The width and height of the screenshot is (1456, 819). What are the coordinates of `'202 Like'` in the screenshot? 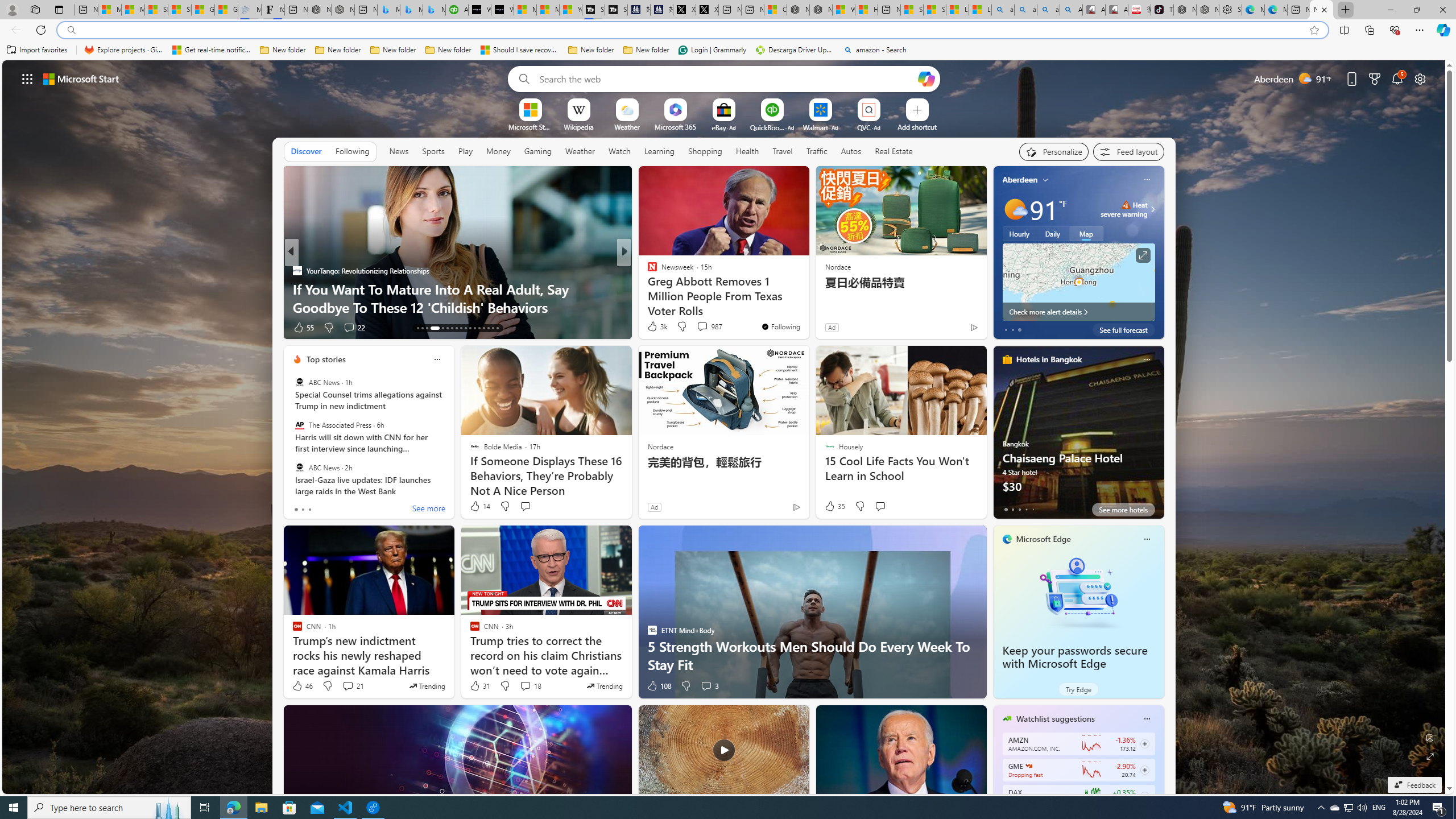 It's located at (655, 327).